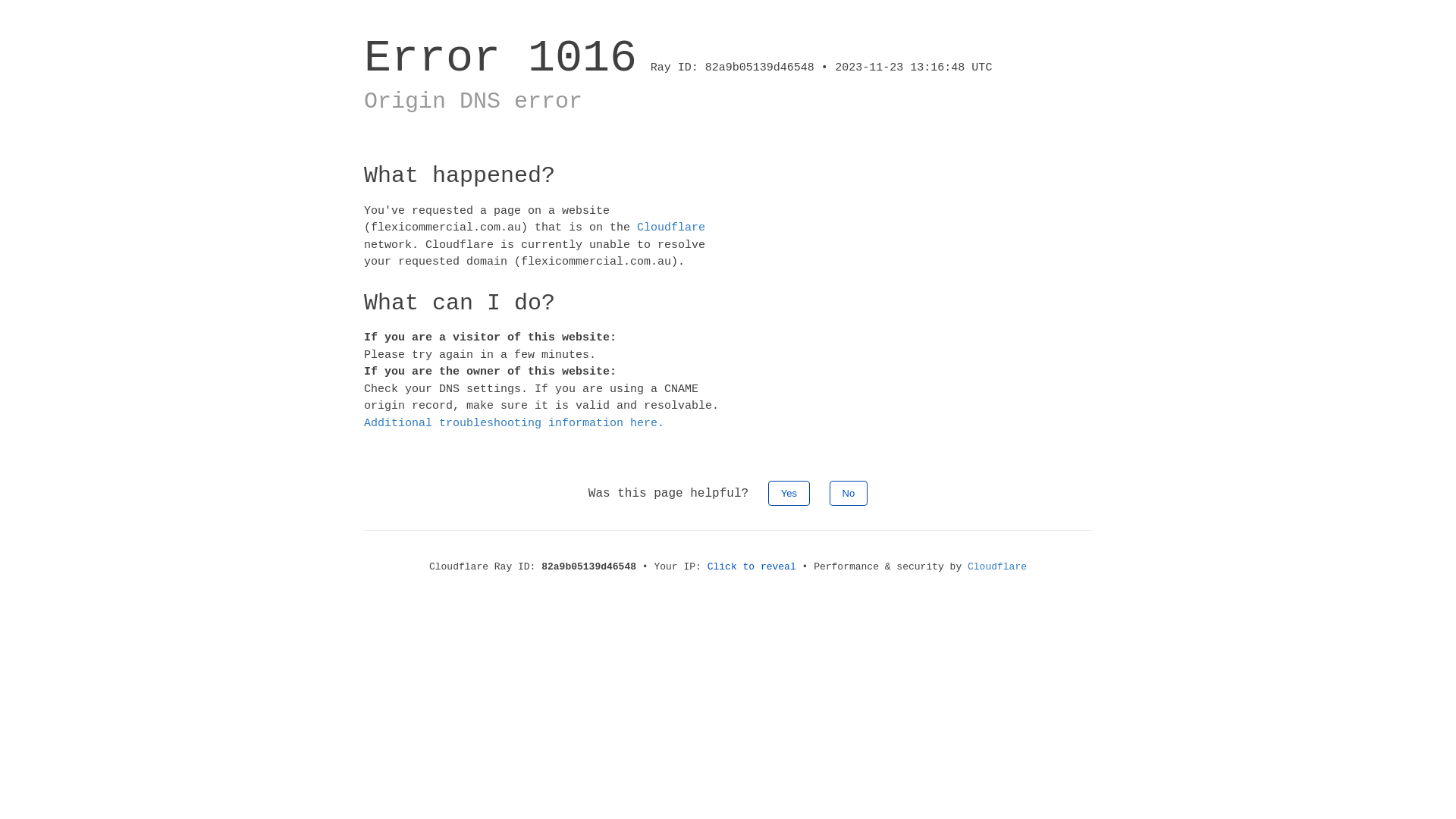 Image resolution: width=1456 pixels, height=819 pixels. What do you see at coordinates (789, 493) in the screenshot?
I see `'Yes'` at bounding box center [789, 493].